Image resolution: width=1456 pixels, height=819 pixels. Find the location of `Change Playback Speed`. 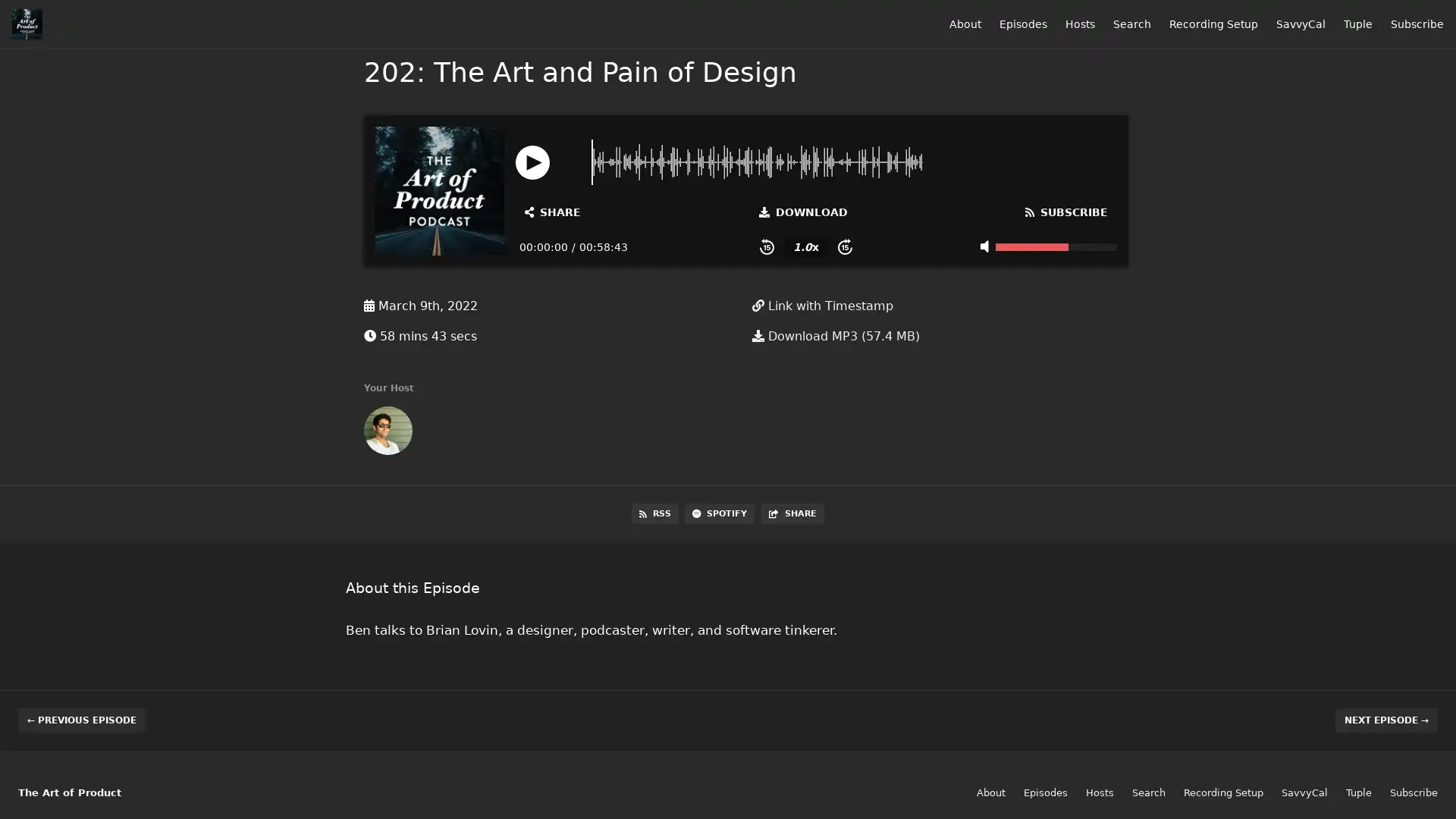

Change Playback Speed is located at coordinates (805, 245).